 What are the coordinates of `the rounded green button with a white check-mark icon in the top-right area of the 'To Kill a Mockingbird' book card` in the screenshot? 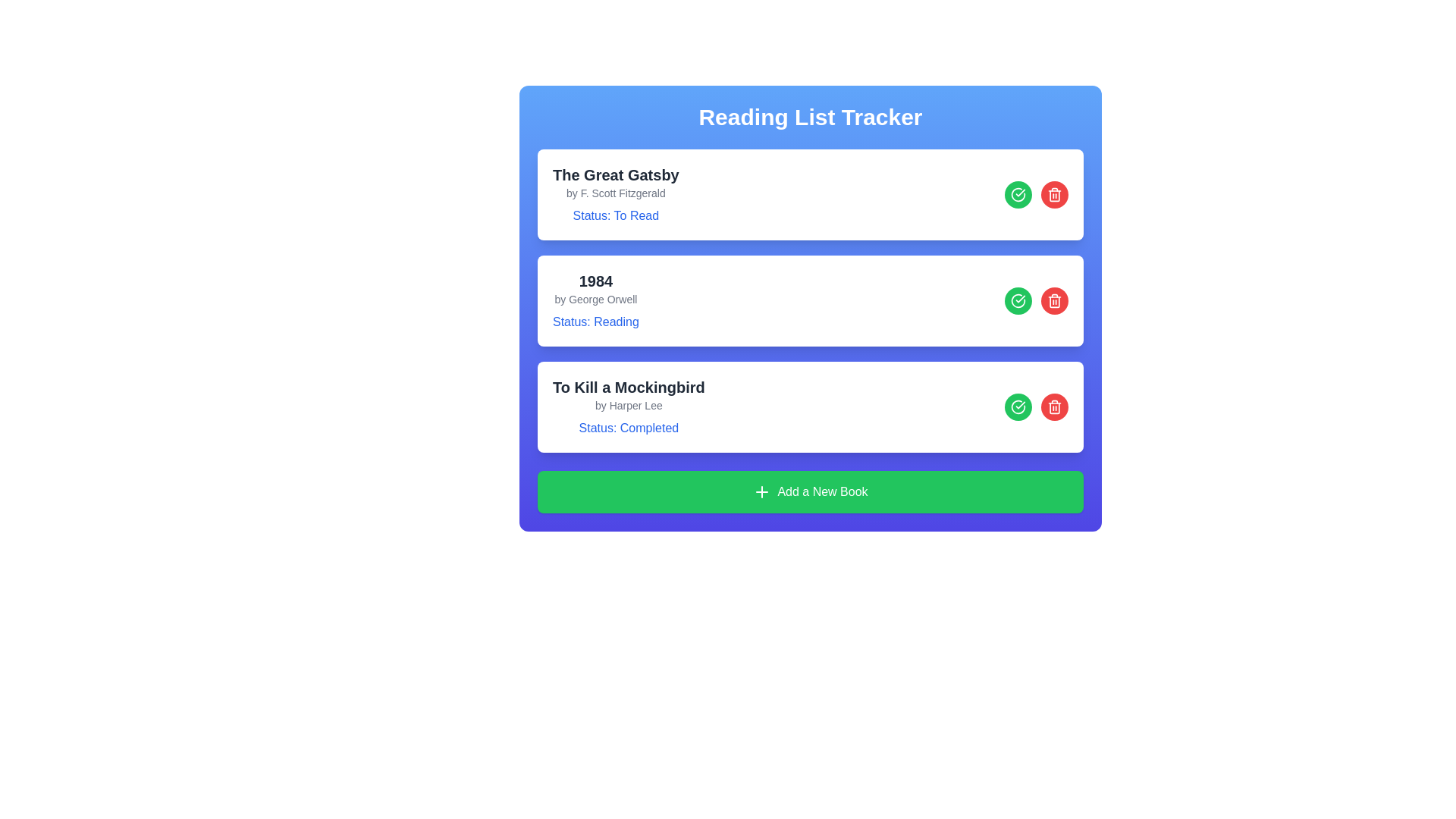 It's located at (1018, 406).